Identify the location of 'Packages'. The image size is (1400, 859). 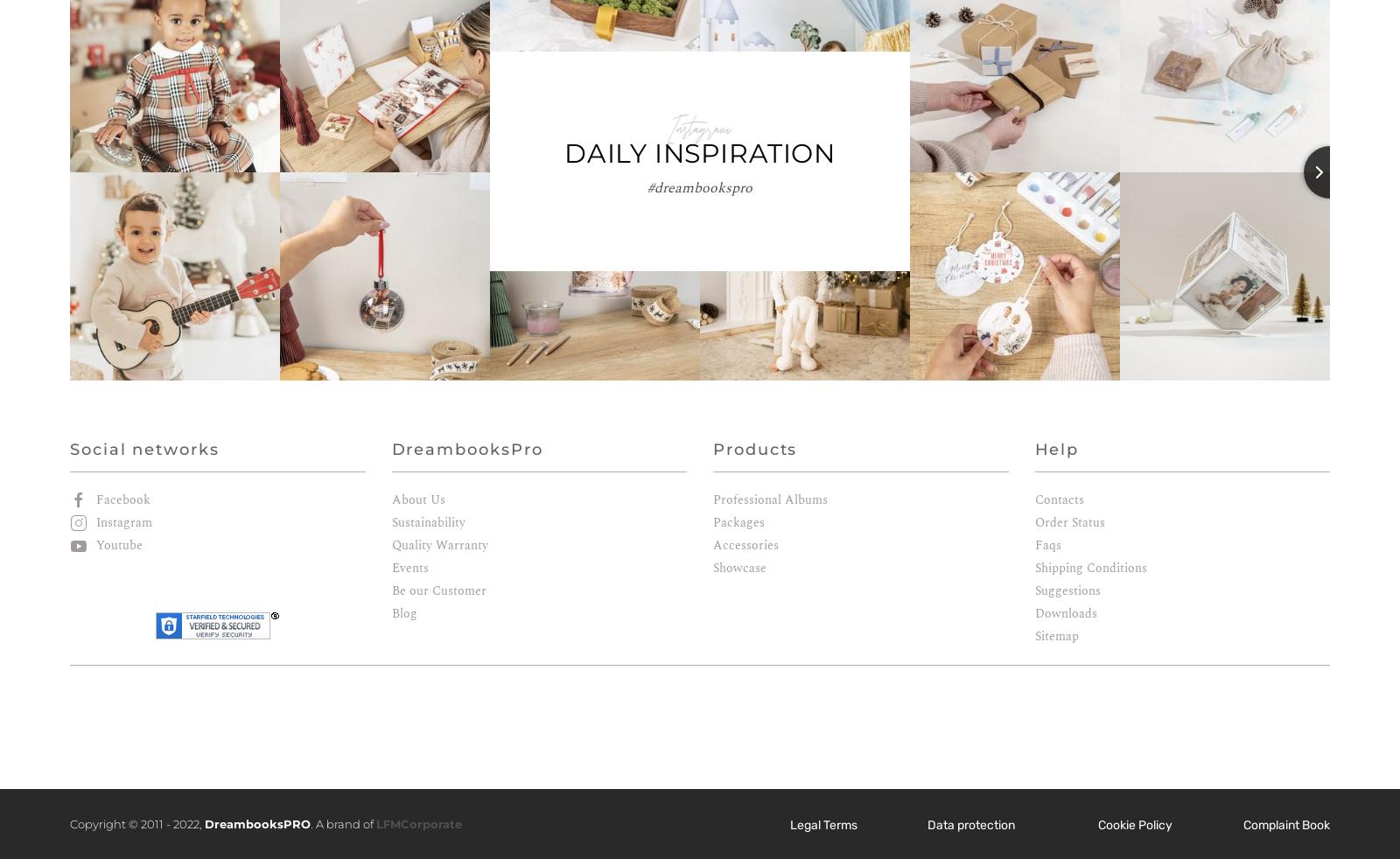
(738, 520).